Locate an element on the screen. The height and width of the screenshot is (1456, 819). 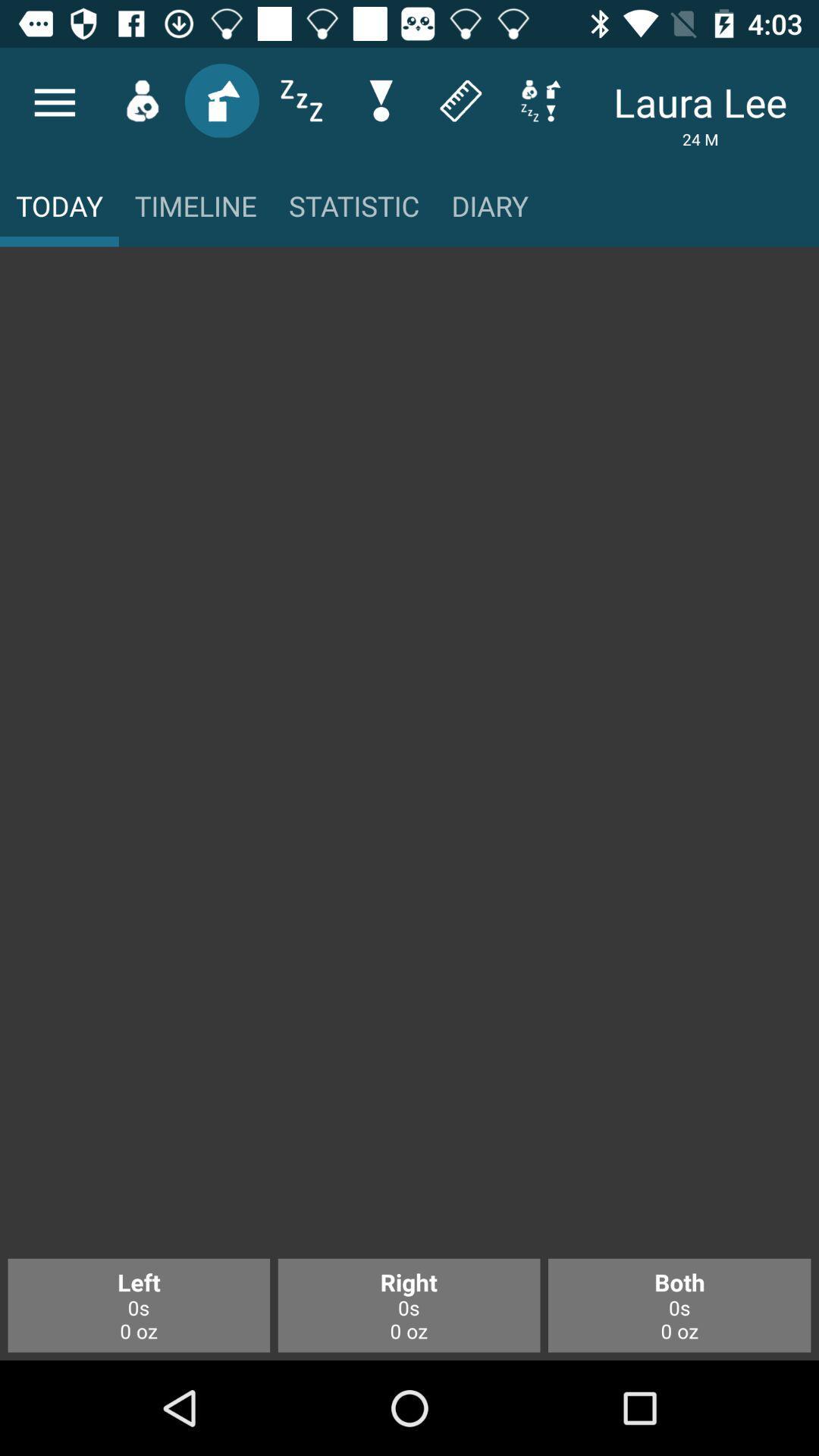
main body is located at coordinates (409, 761).